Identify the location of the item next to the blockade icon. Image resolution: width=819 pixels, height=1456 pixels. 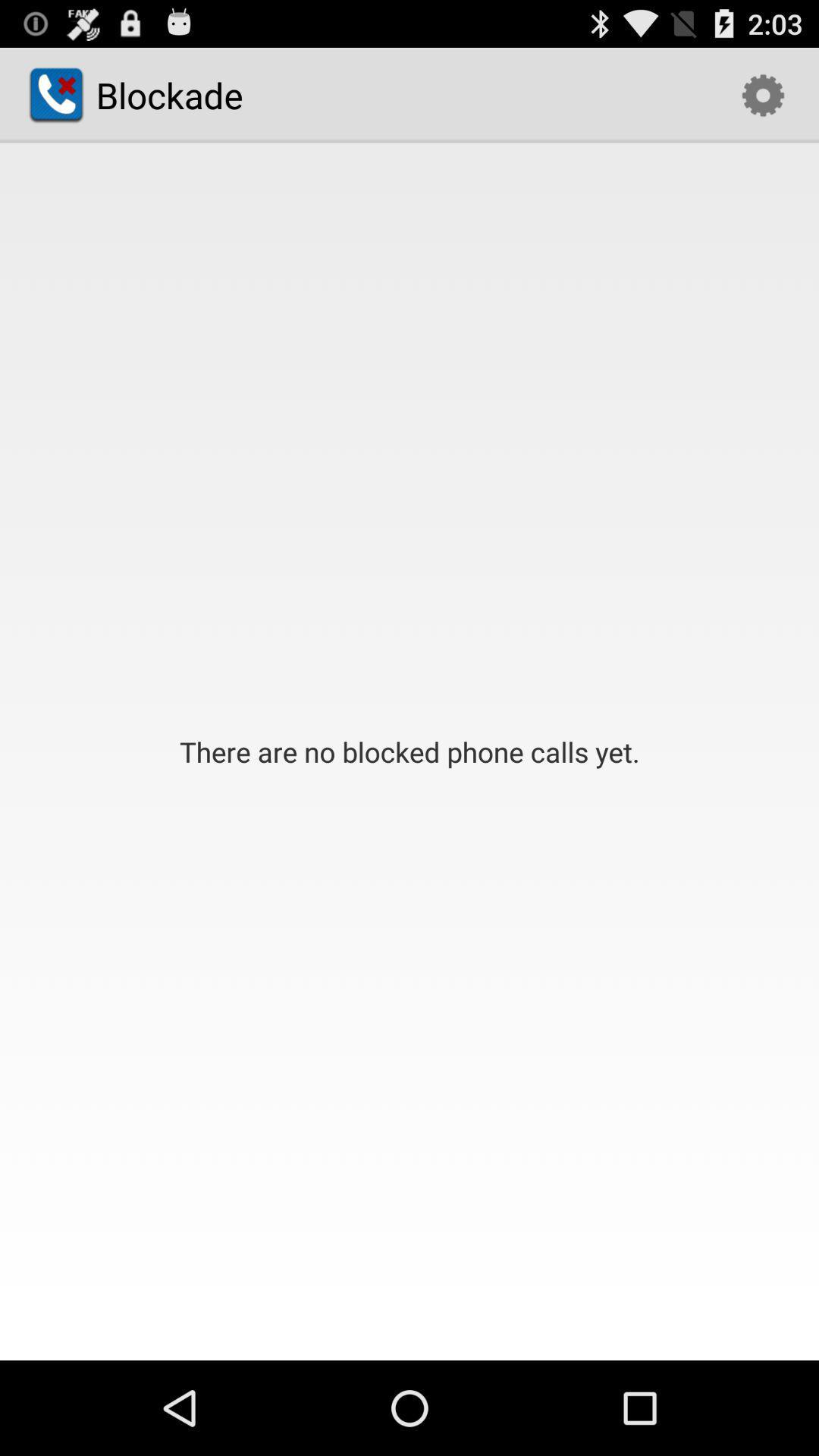
(763, 94).